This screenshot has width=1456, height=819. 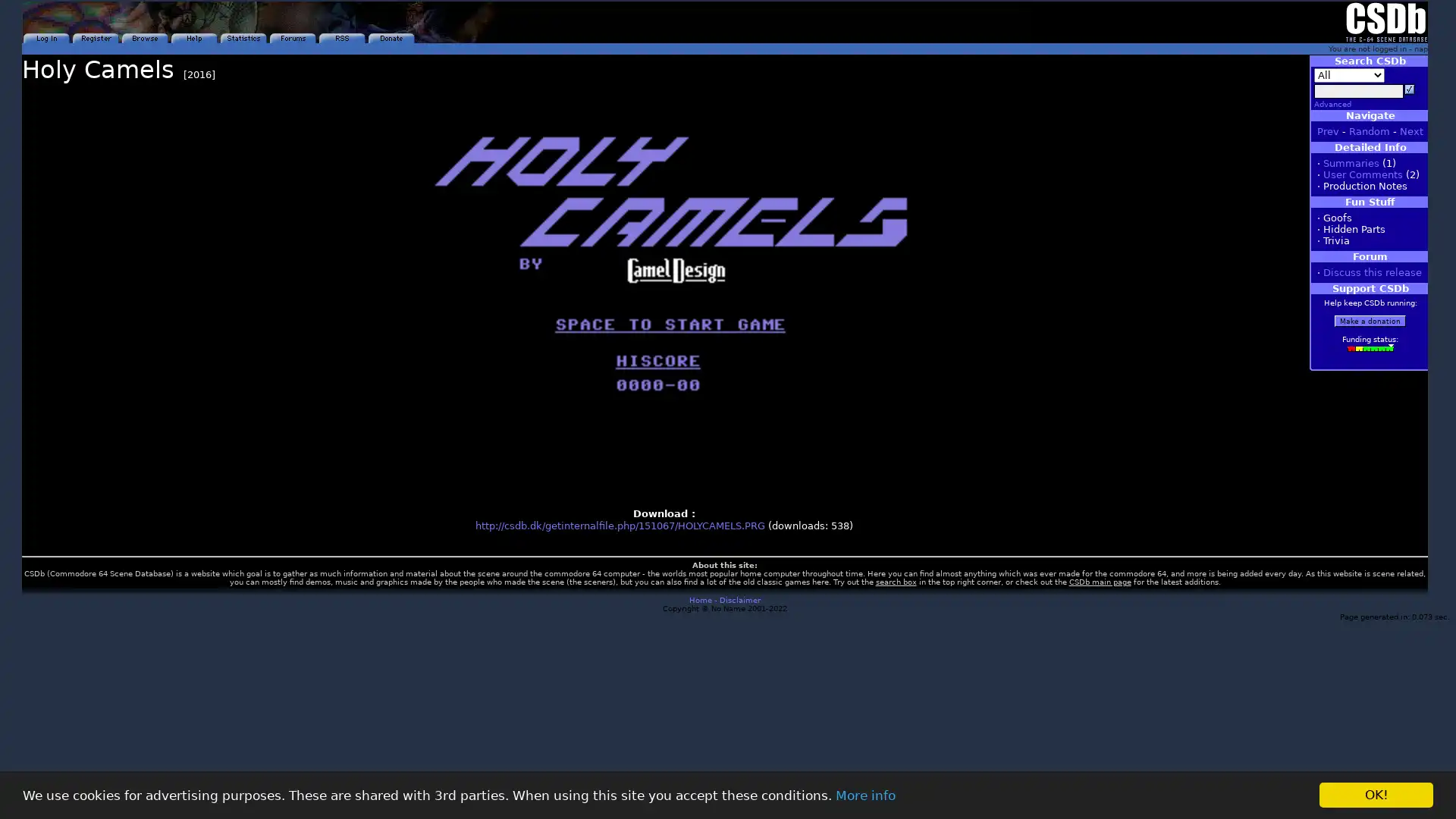 What do you see at coordinates (1408, 89) in the screenshot?
I see `Go` at bounding box center [1408, 89].